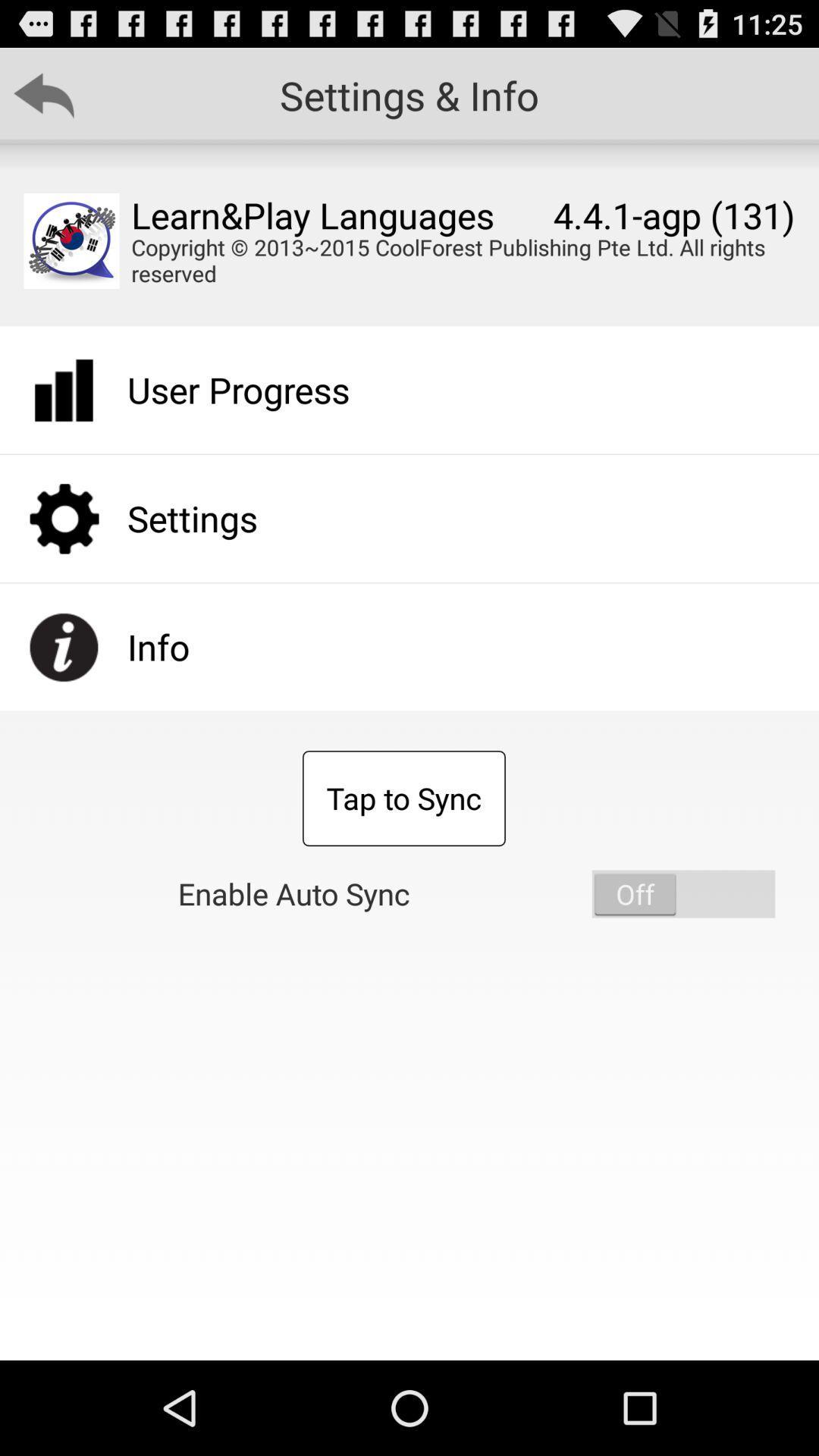 This screenshot has height=1456, width=819. I want to click on the icon on the right, so click(683, 894).